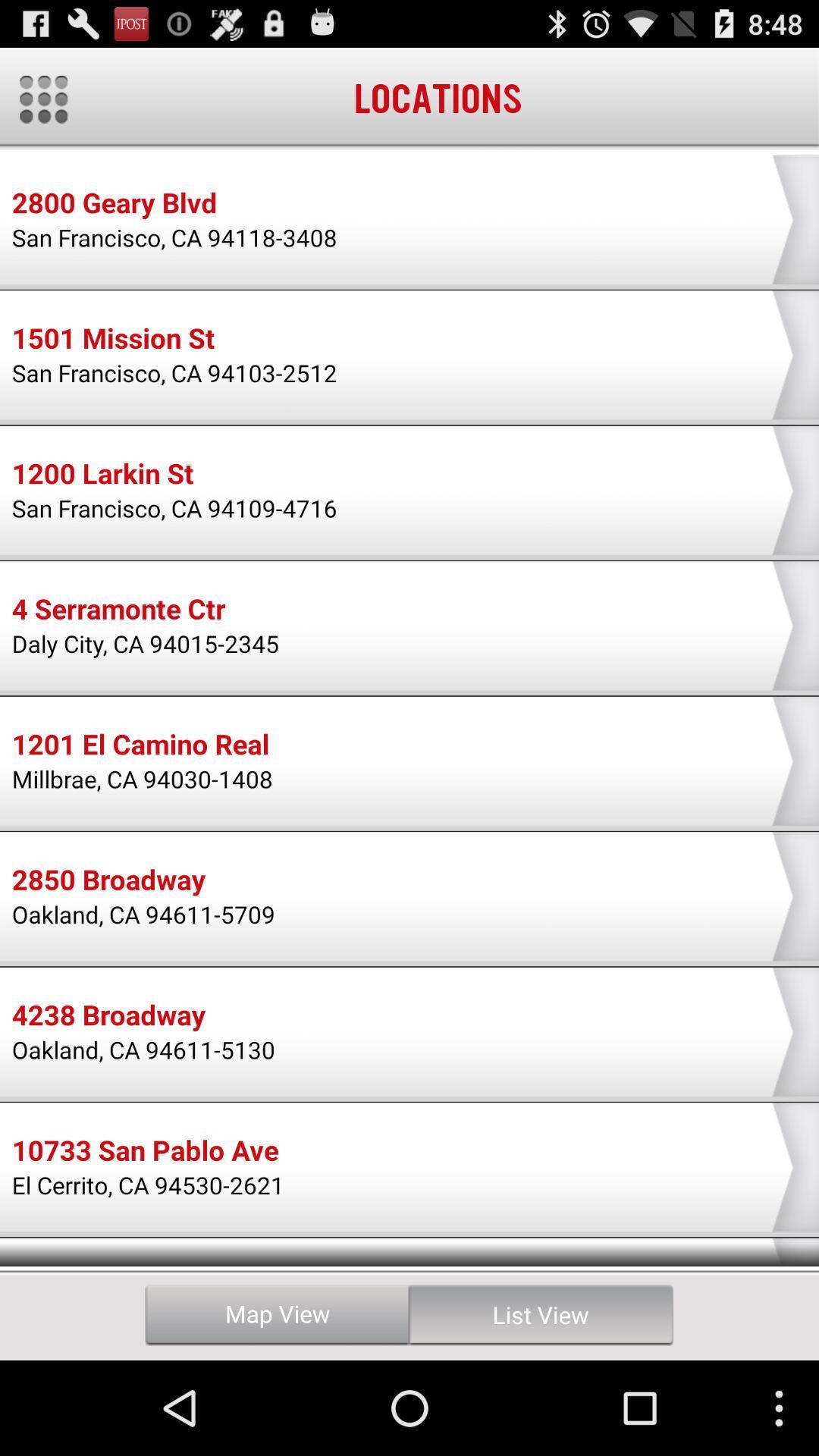 This screenshot has height=1456, width=819. Describe the element at coordinates (42, 99) in the screenshot. I see `the app to the left of the locations item` at that location.